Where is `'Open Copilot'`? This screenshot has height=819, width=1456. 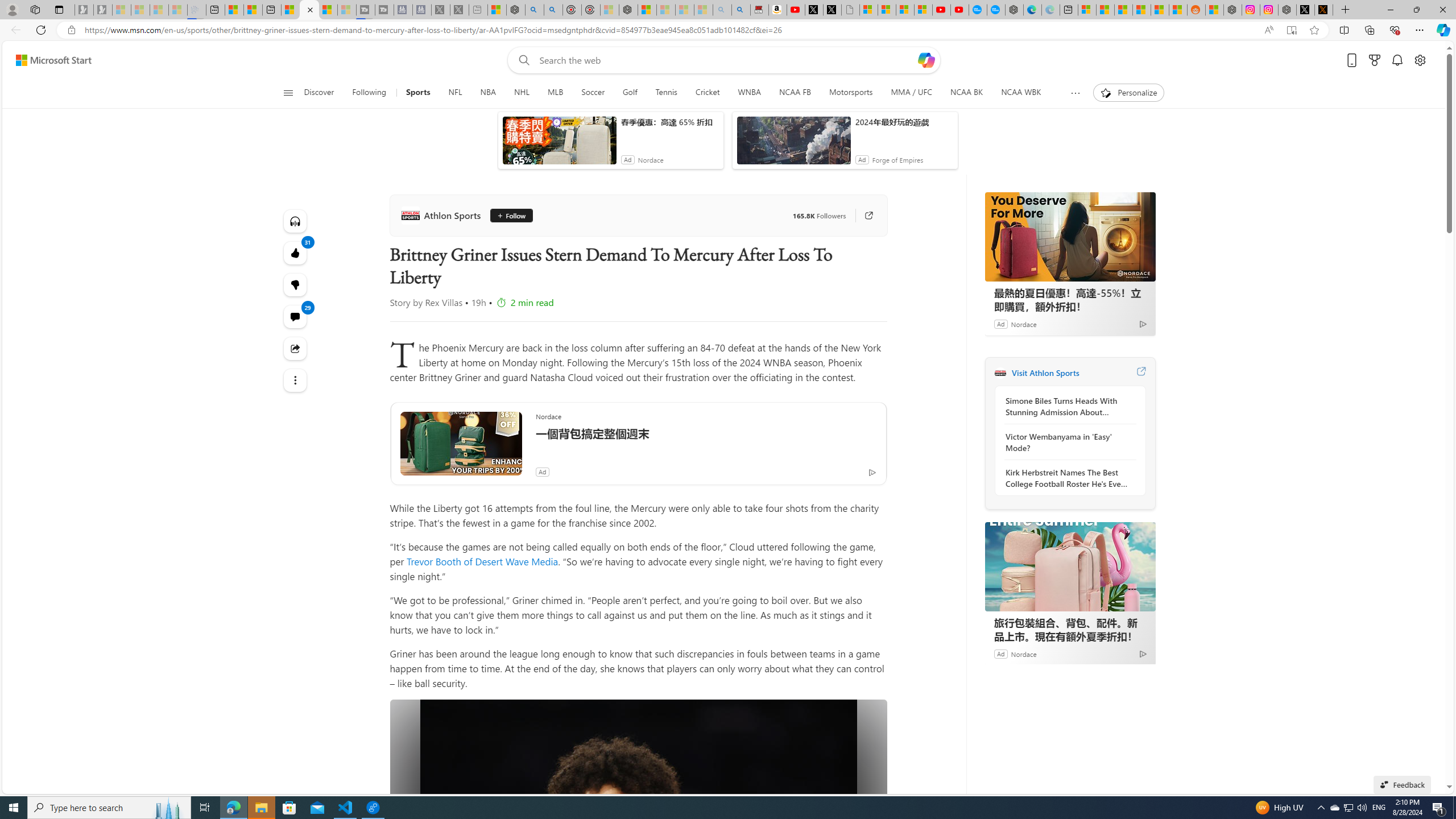 'Open Copilot' is located at coordinates (925, 59).